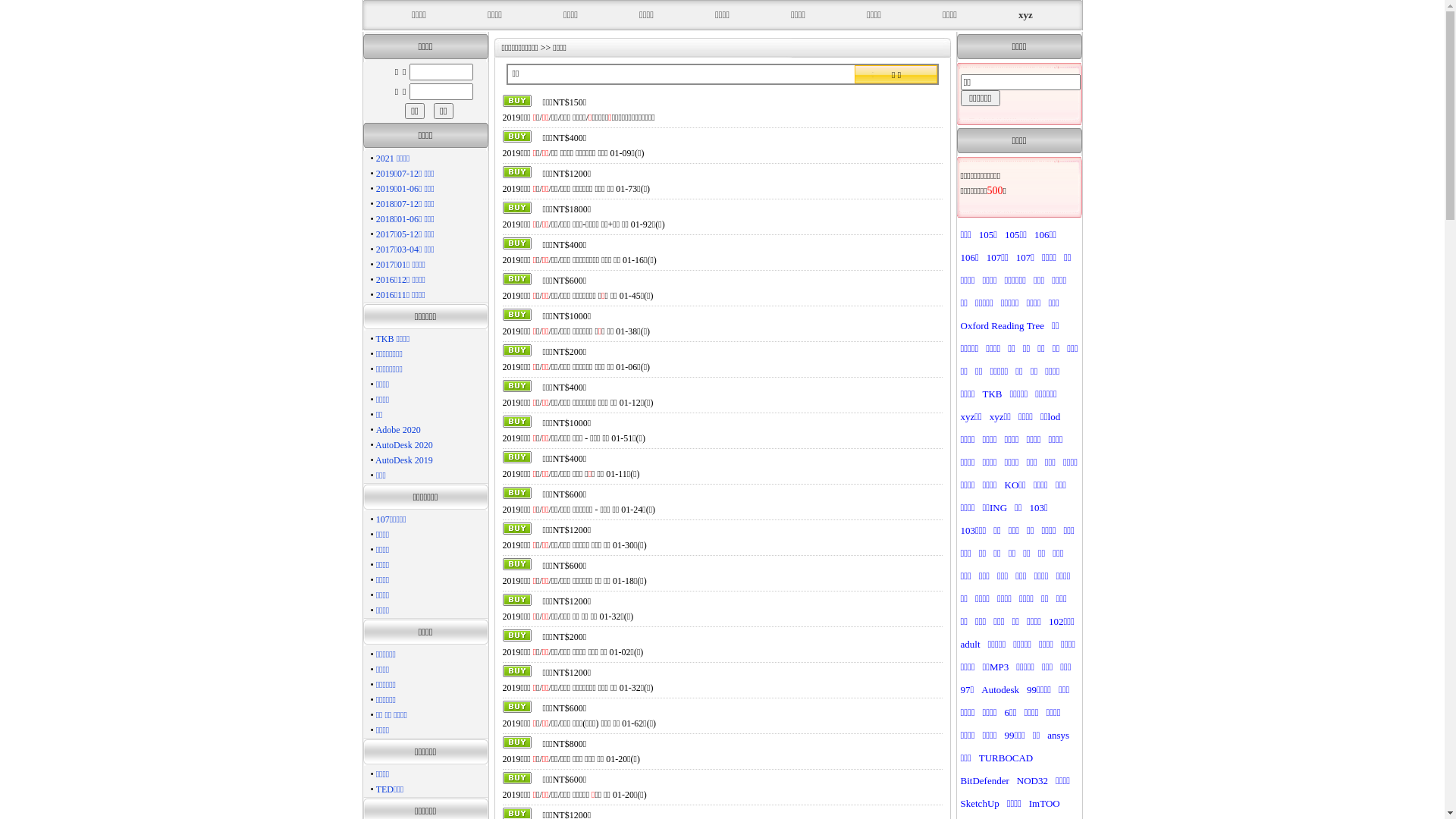 The image size is (1456, 819). Describe the element at coordinates (403, 459) in the screenshot. I see `'AutoDesk 2019'` at that location.